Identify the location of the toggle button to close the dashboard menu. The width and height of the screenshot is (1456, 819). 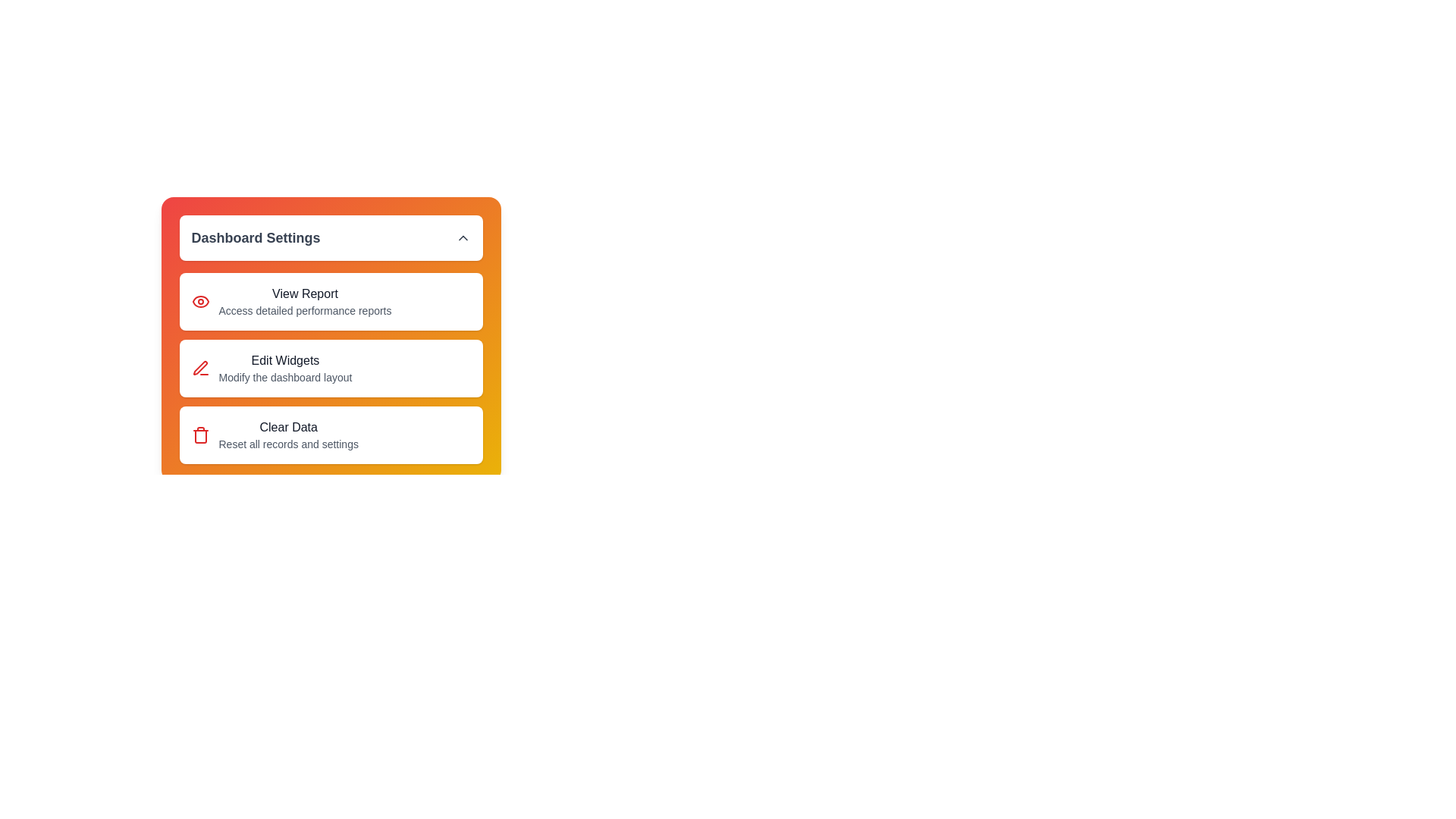
(330, 237).